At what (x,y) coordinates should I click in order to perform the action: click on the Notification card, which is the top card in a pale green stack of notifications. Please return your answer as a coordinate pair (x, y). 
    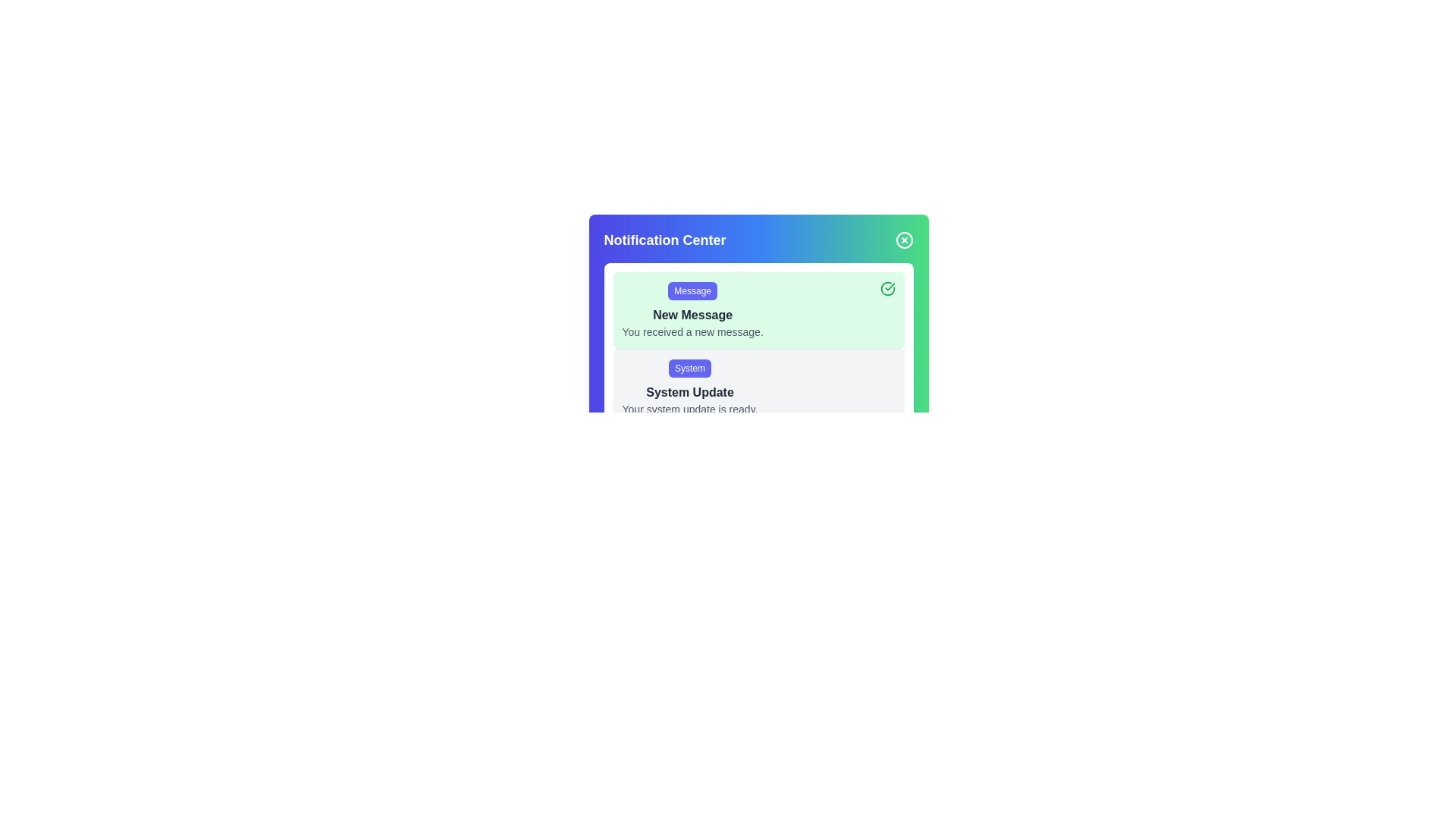
    Looking at the image, I should click on (692, 309).